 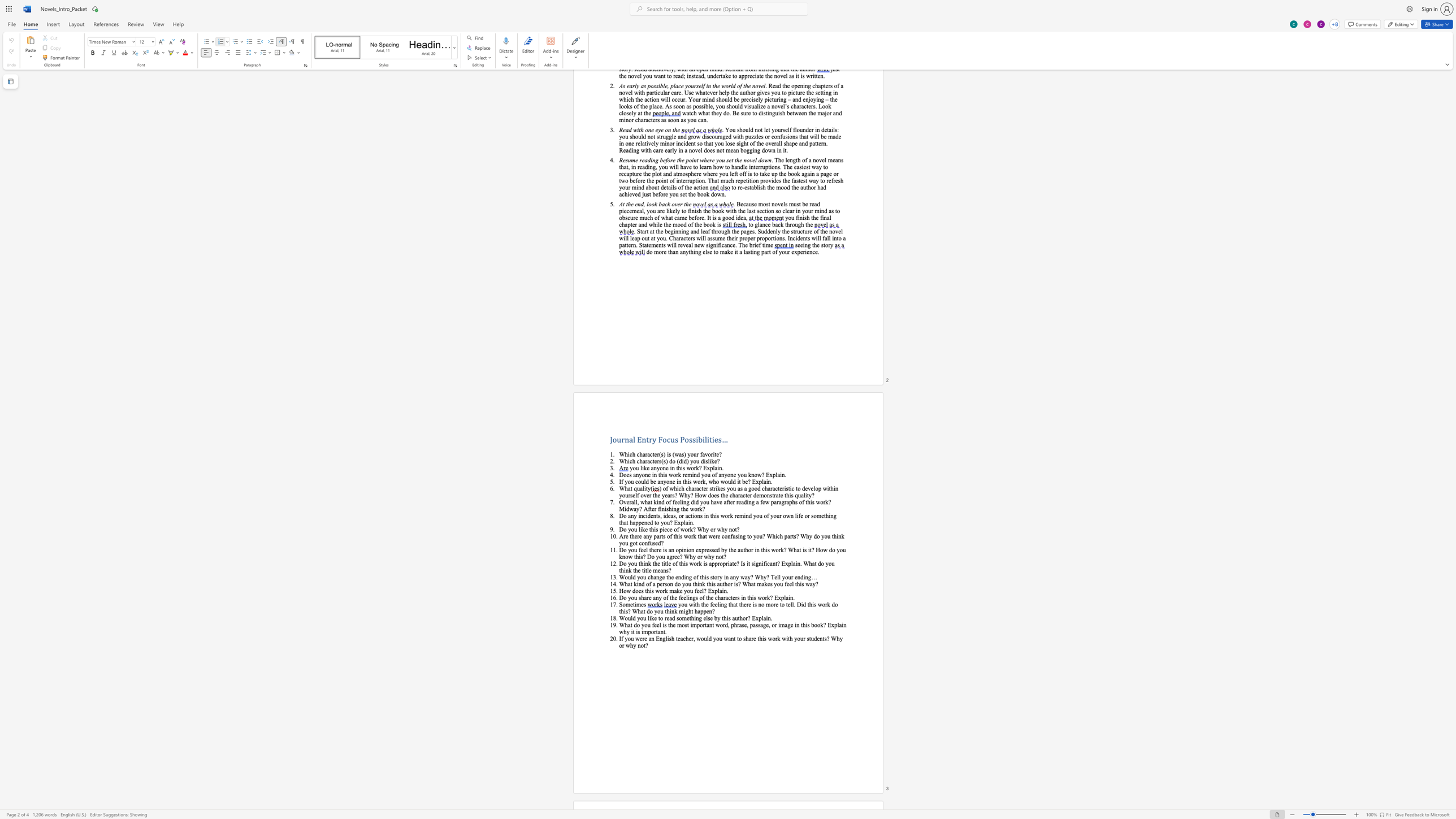 I want to click on the space between the continuous character "m" and "a" in the text, so click(x=760, y=583).